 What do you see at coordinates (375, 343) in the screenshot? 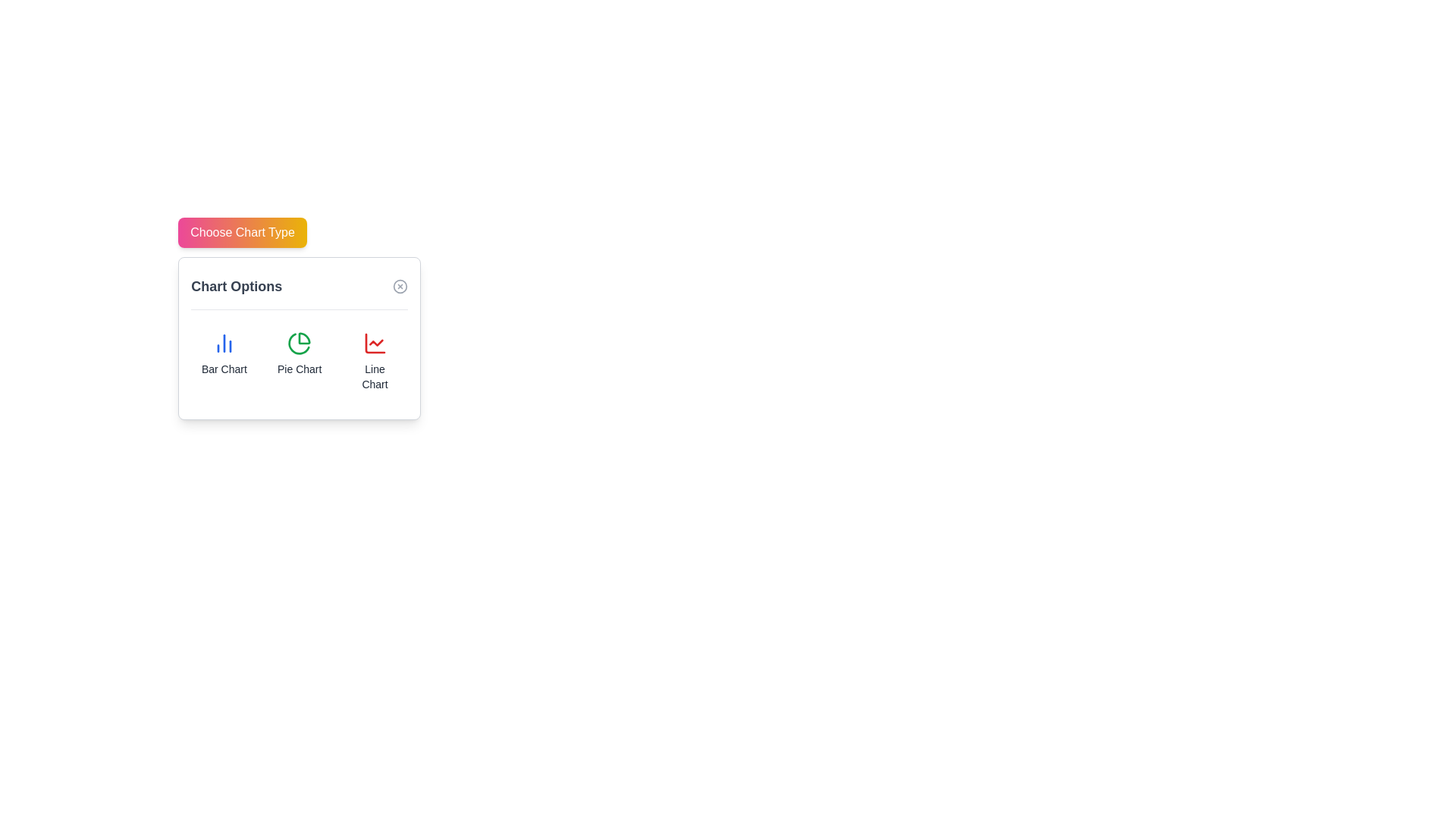
I see `the left-side icon representing the line chart option in the 'Chart Options' popup` at bounding box center [375, 343].